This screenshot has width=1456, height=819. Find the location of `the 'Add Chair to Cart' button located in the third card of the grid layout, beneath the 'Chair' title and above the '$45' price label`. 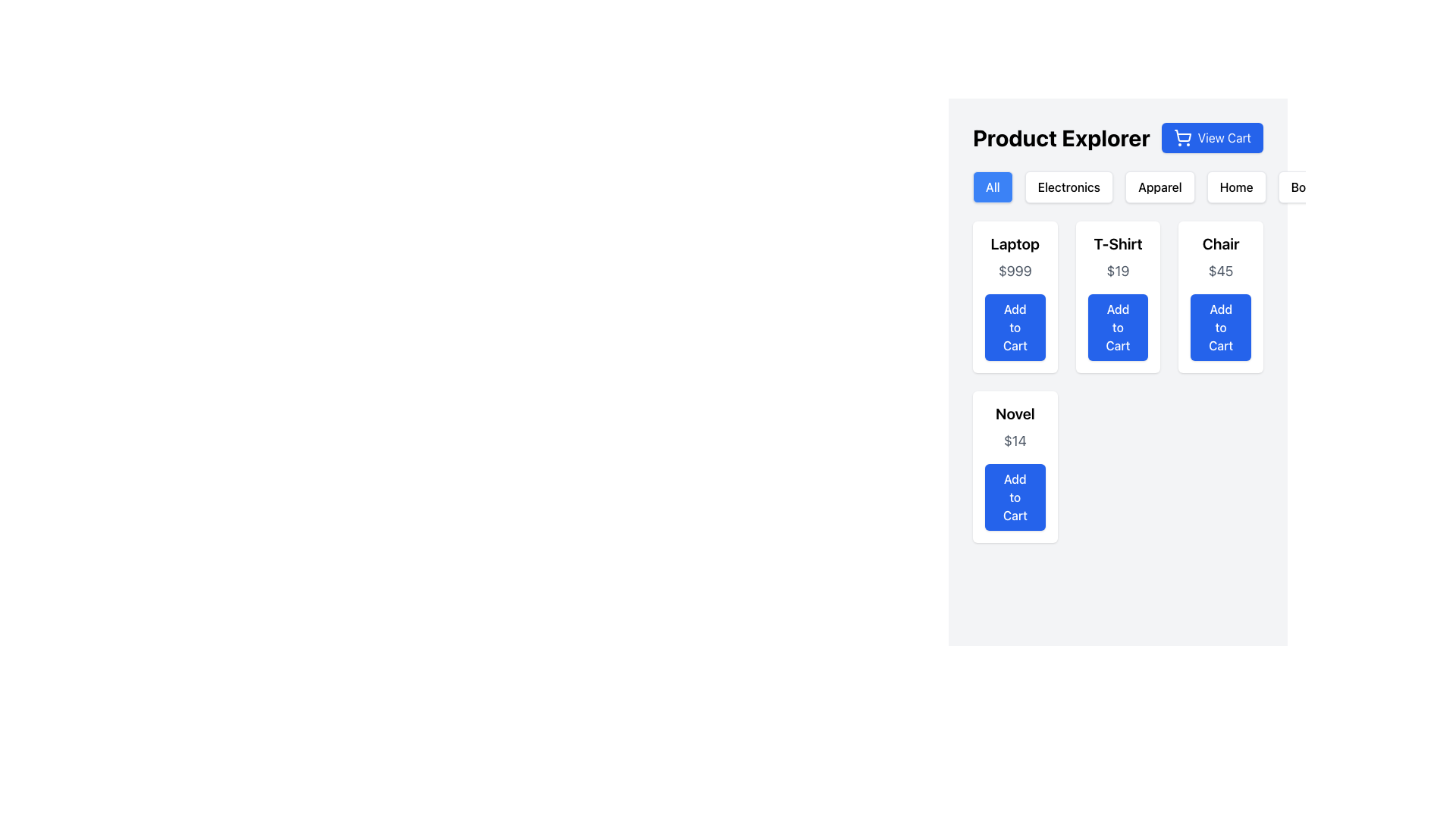

the 'Add Chair to Cart' button located in the third card of the grid layout, beneath the 'Chair' title and above the '$45' price label is located at coordinates (1221, 297).